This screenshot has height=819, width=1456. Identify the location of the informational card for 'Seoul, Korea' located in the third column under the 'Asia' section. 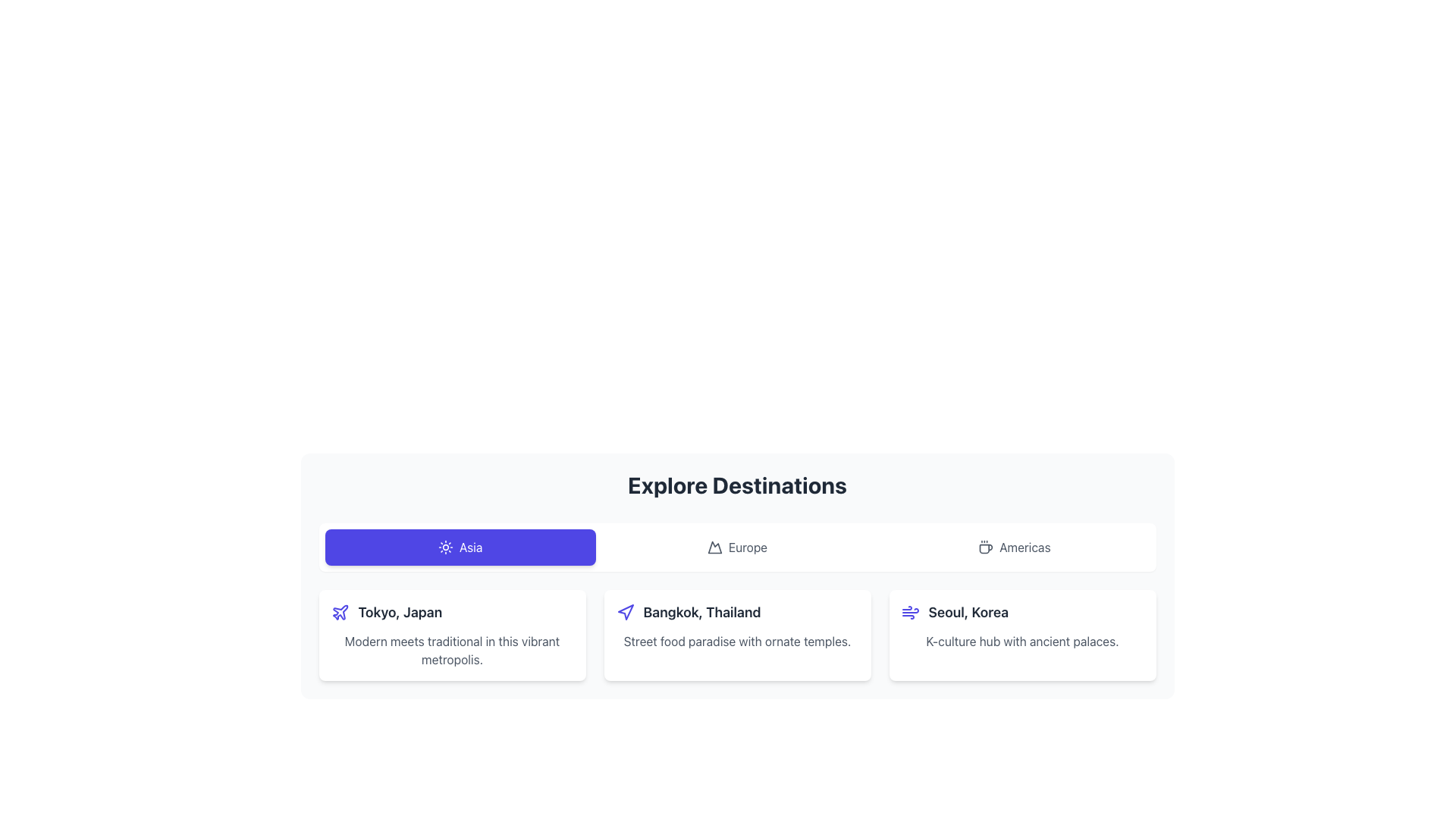
(1022, 635).